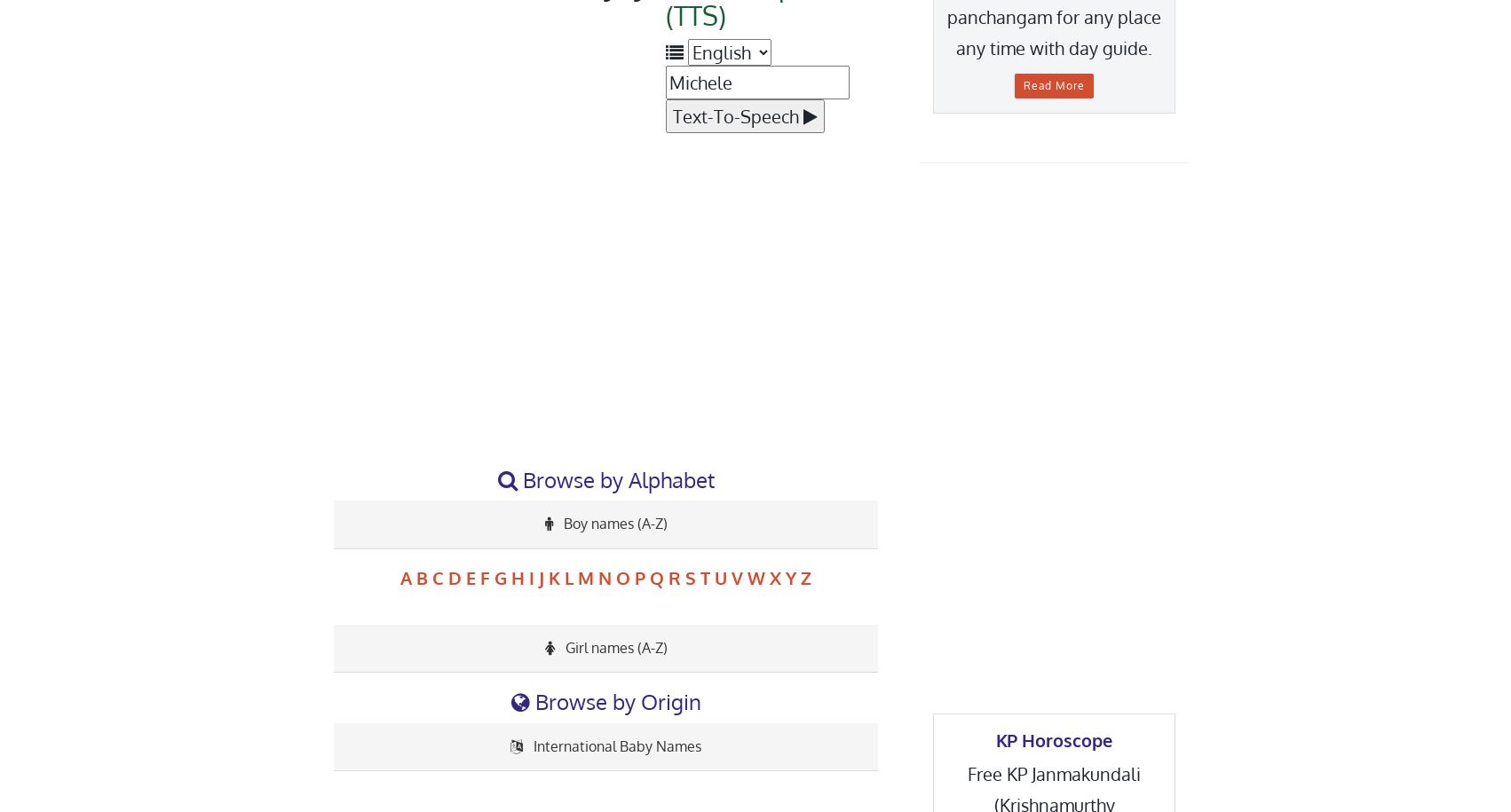  Describe the element at coordinates (531, 577) in the screenshot. I see `'I'` at that location.